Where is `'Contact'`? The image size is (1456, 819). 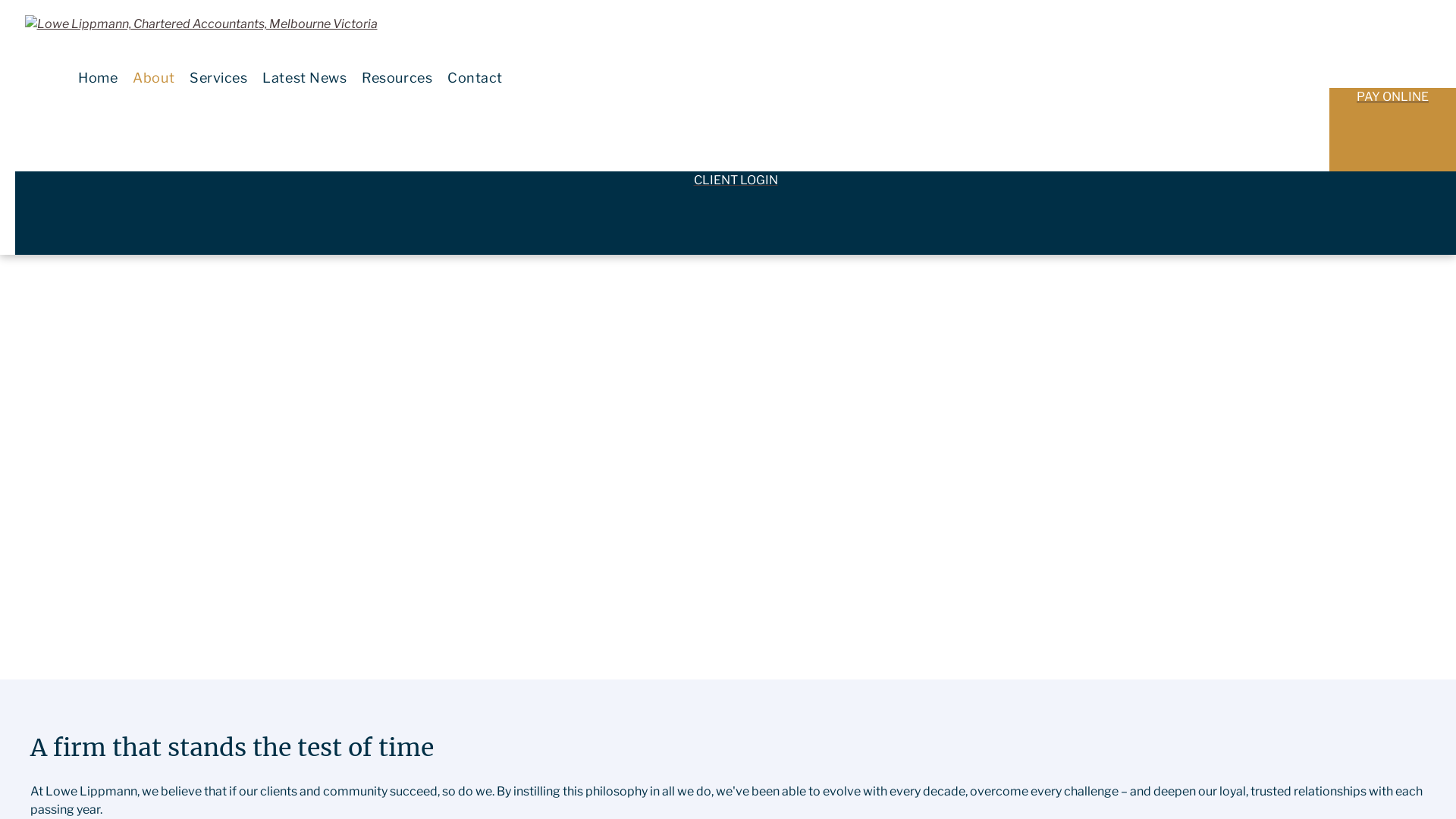
'Contact' is located at coordinates (439, 77).